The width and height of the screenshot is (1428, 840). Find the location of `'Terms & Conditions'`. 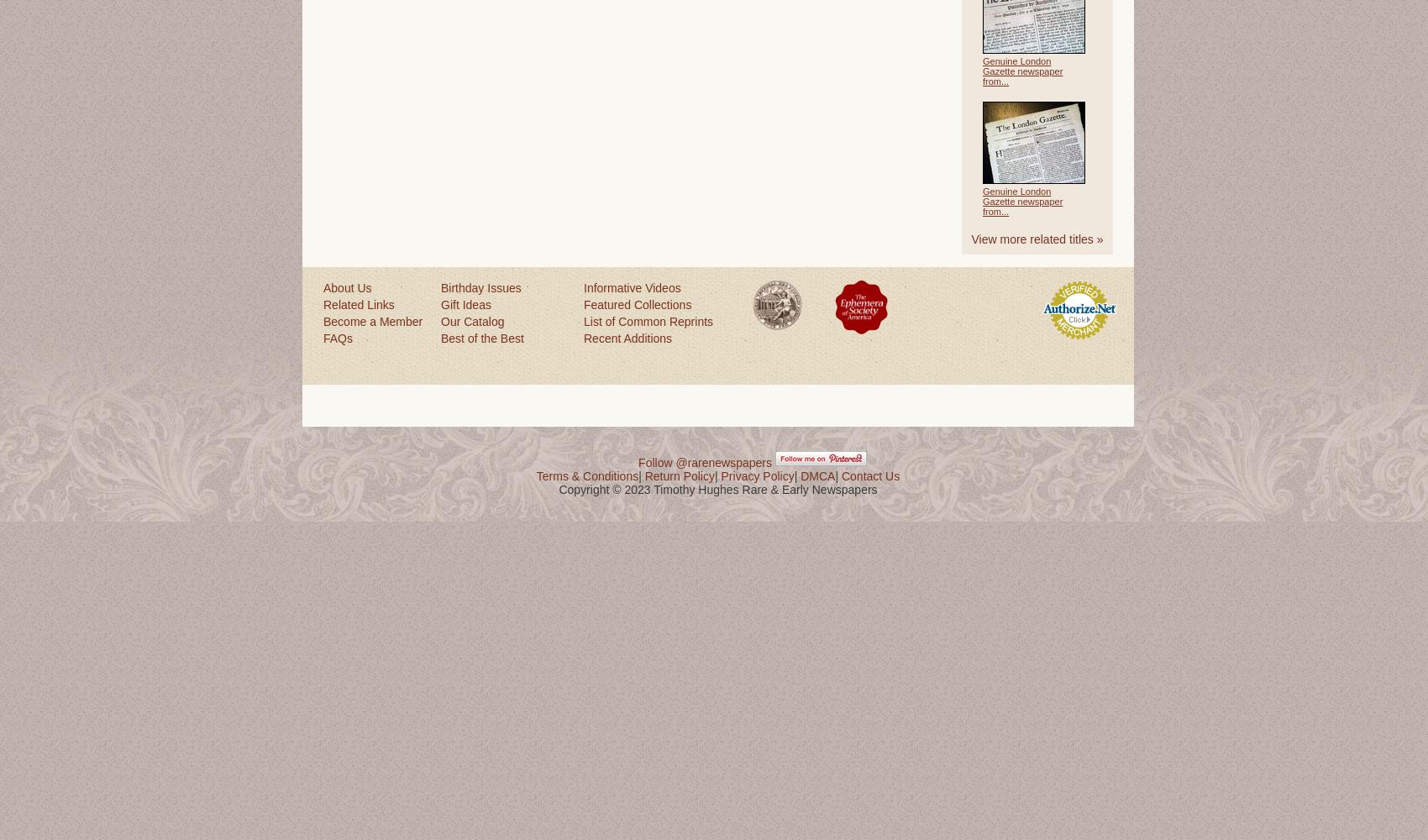

'Terms & Conditions' is located at coordinates (587, 475).